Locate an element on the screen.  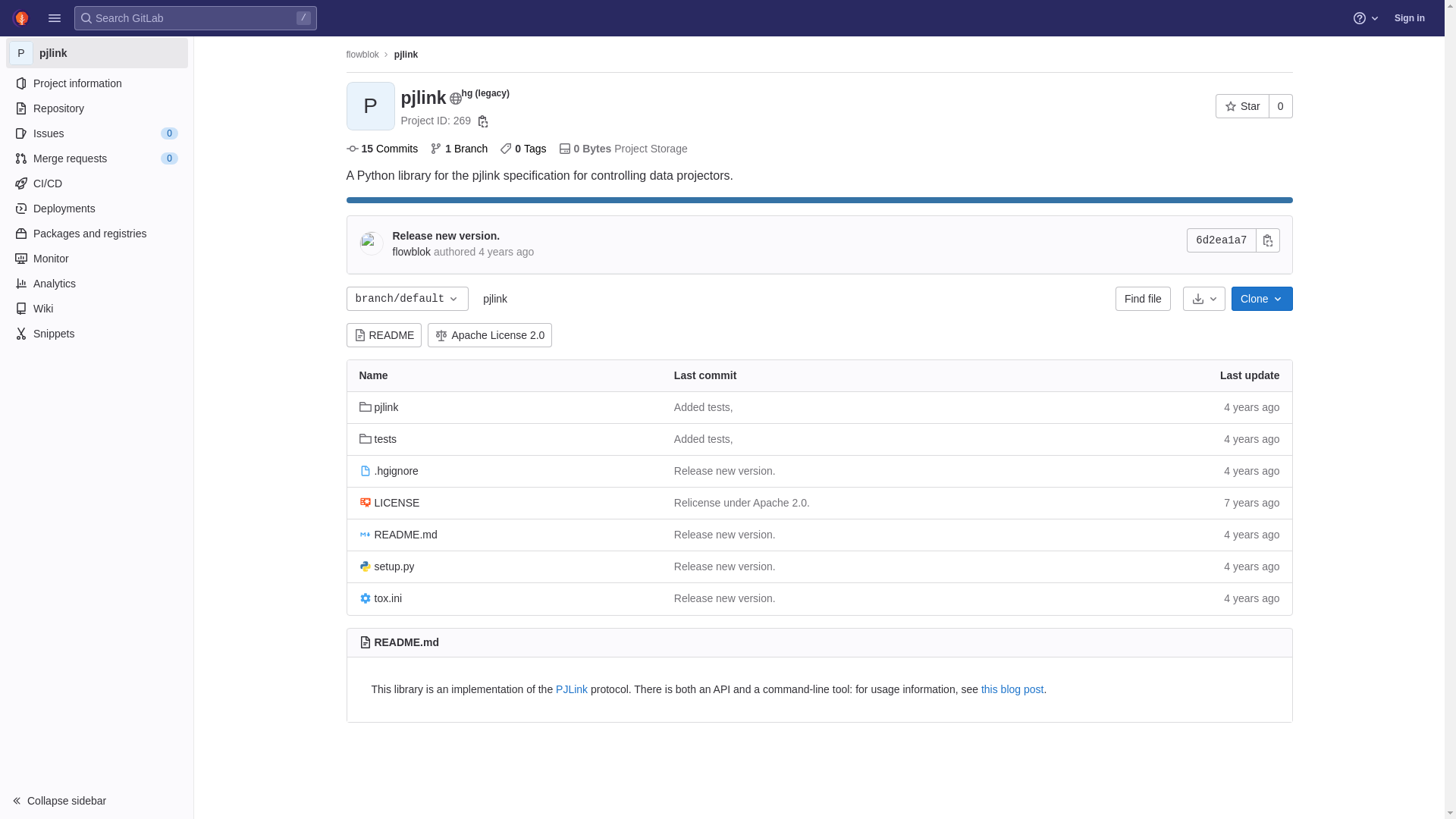
'Issues is located at coordinates (96, 133).